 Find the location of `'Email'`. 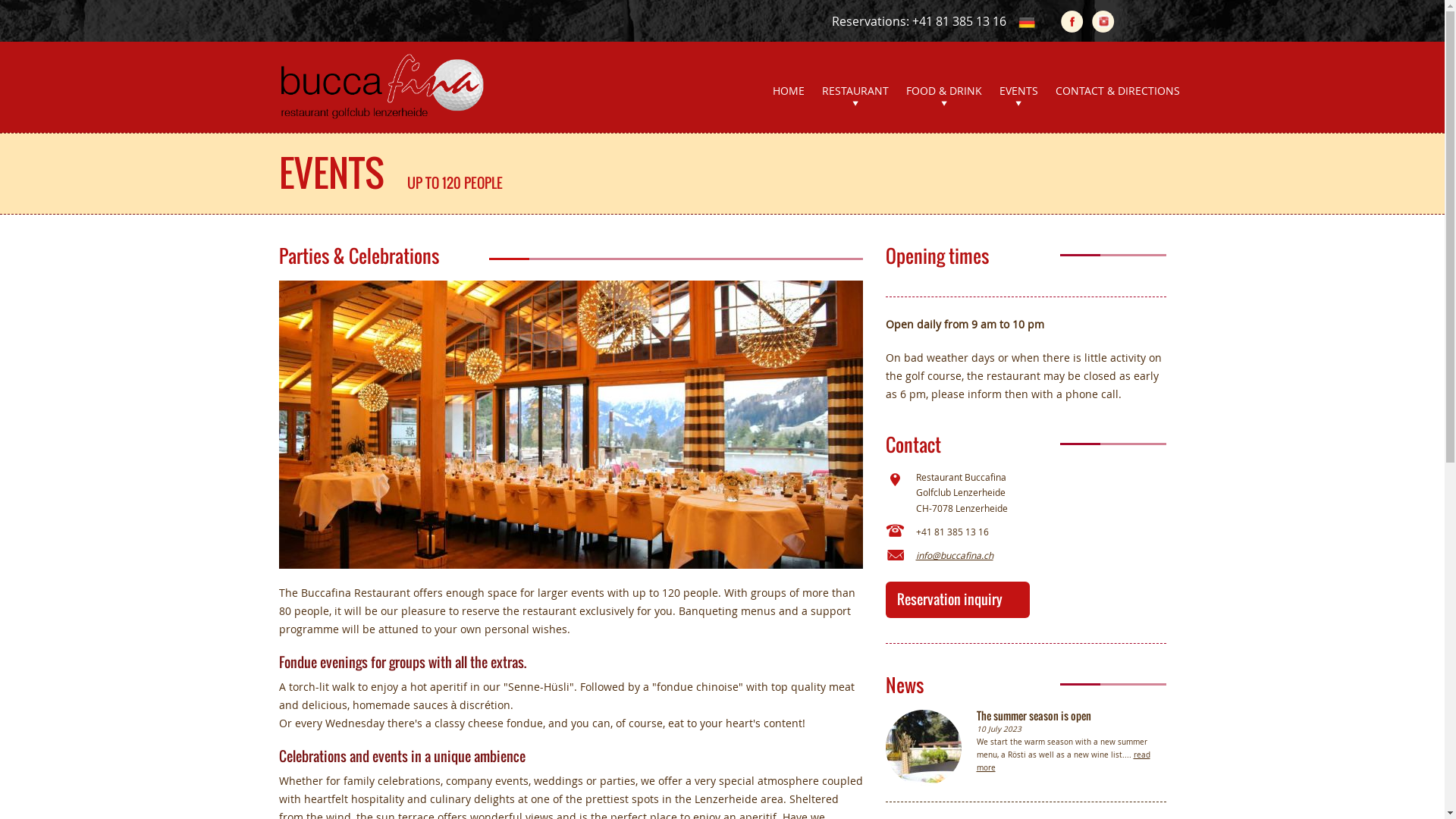

'Email' is located at coordinates (895, 557).